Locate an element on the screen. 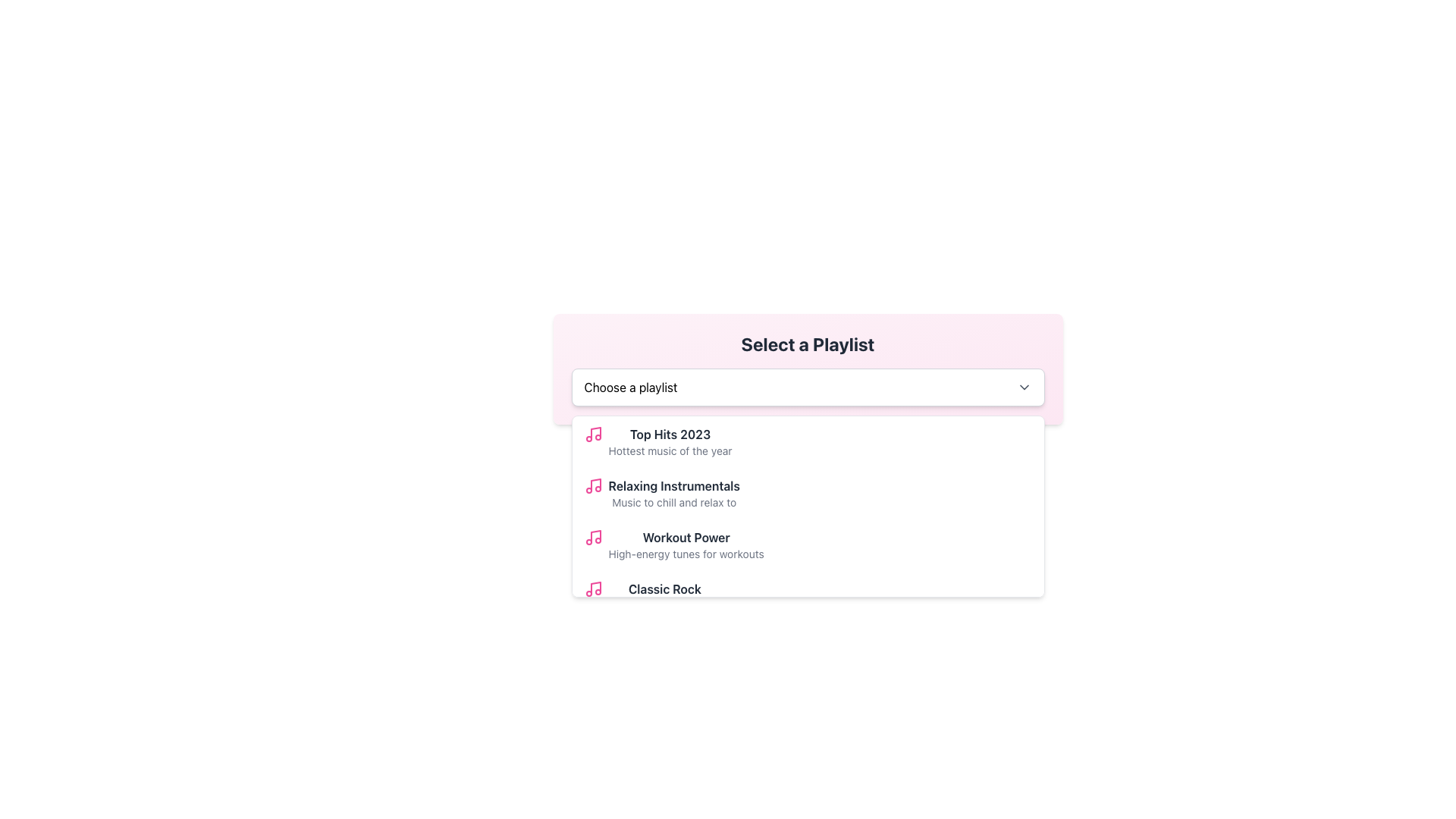 This screenshot has height=819, width=1456. the 'Top Hits 2023' text element is located at coordinates (669, 435).